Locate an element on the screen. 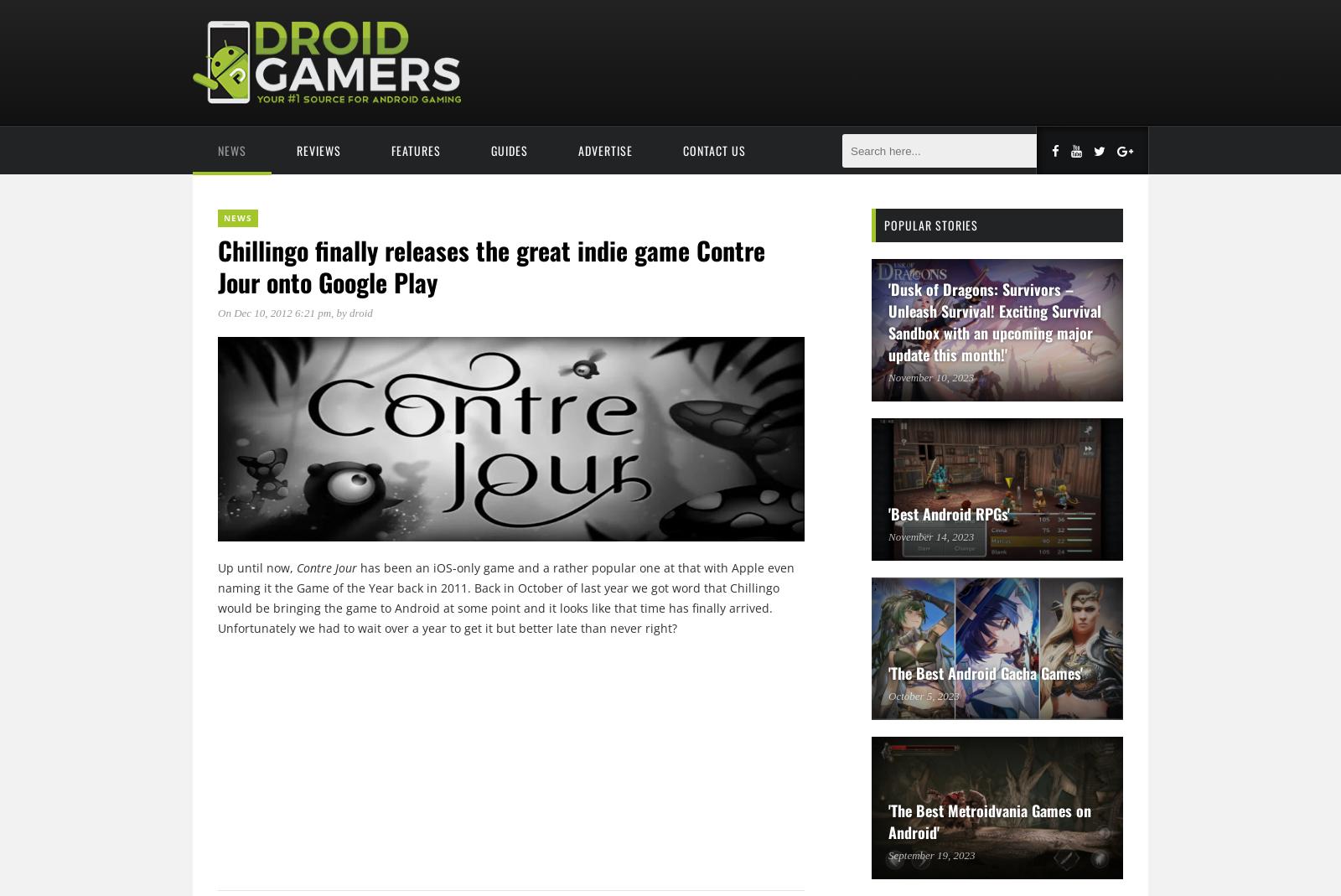 Image resolution: width=1341 pixels, height=896 pixels. ''Dusk of Dragons: Survivors – Unleash Survival! Exciting Survival Sandbox with an upcoming major update this month!'' is located at coordinates (995, 321).